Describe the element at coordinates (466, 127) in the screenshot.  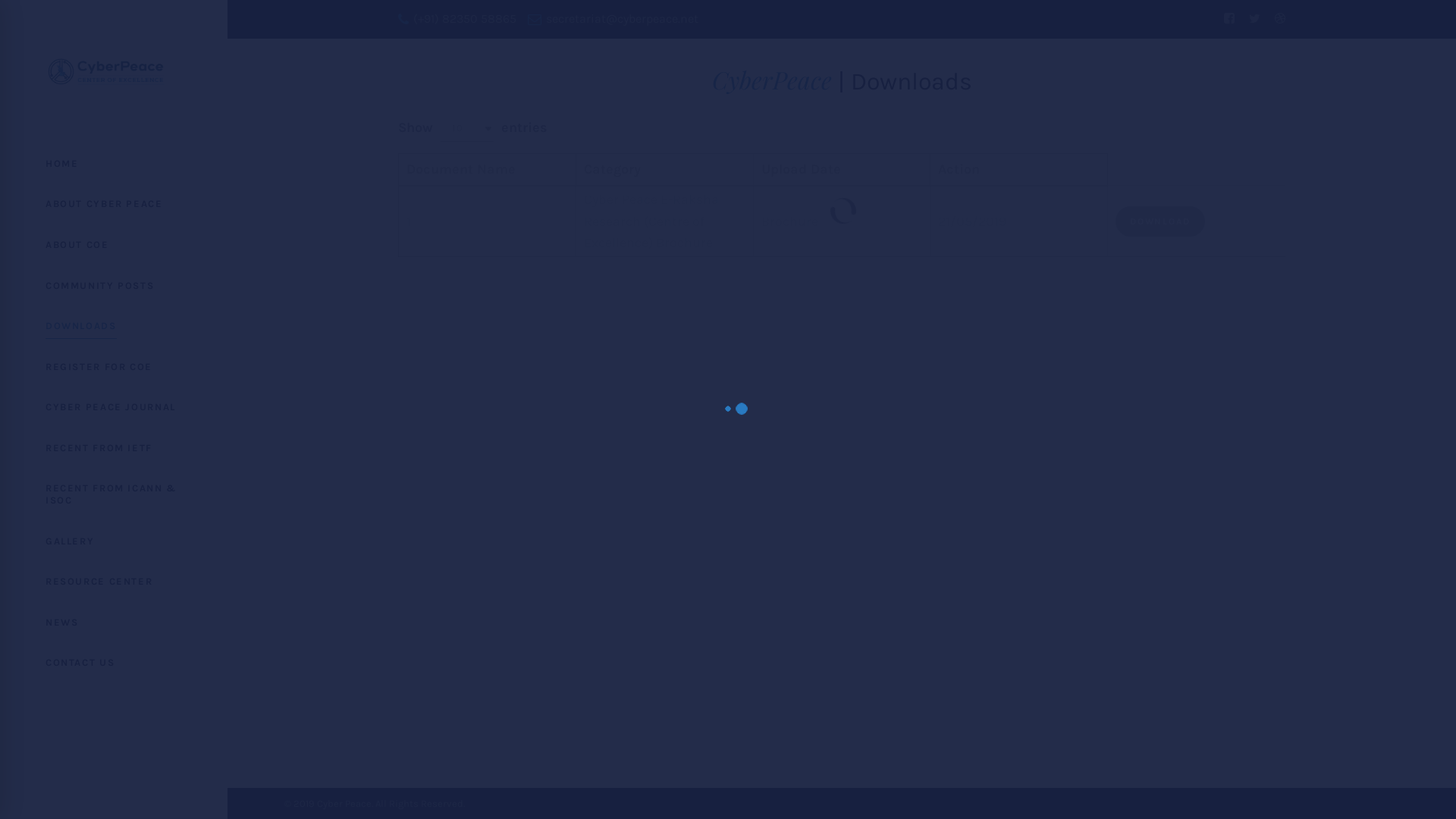
I see `'10` at that location.